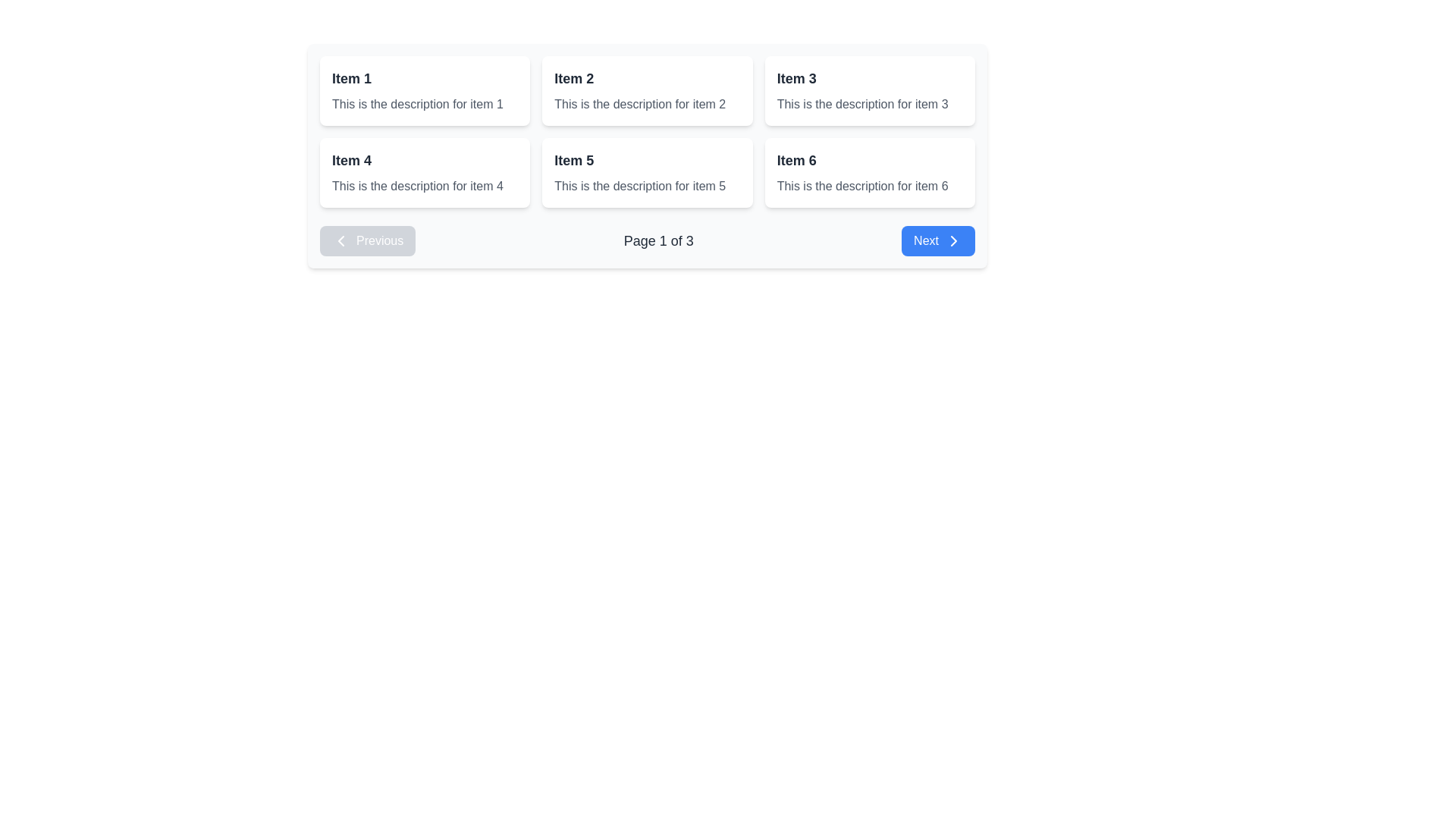  Describe the element at coordinates (417, 186) in the screenshot. I see `descriptive text block located below the heading 'Item 4' in the card labeled 'Item 4'` at that location.